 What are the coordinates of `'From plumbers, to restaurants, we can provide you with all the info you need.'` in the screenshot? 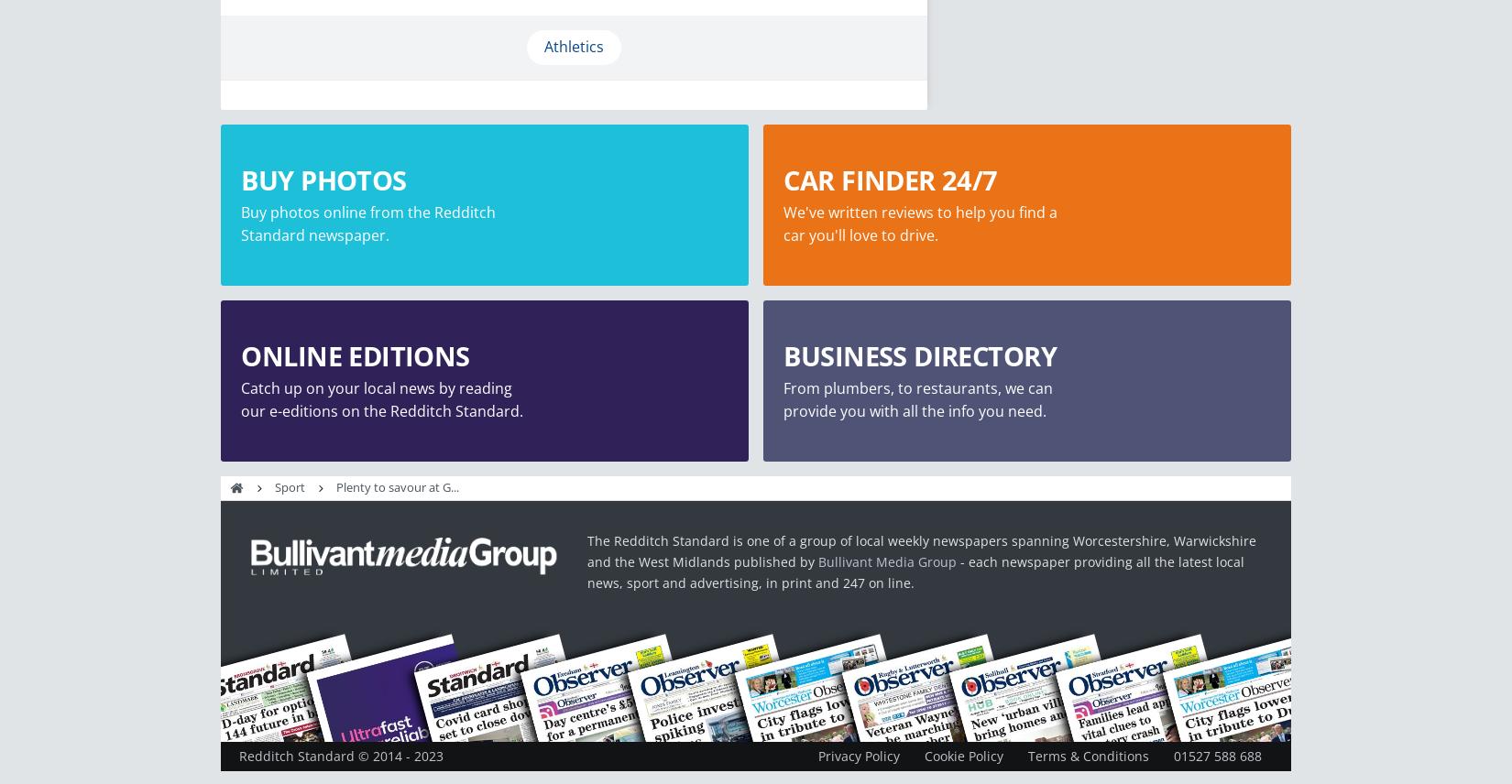 It's located at (918, 398).